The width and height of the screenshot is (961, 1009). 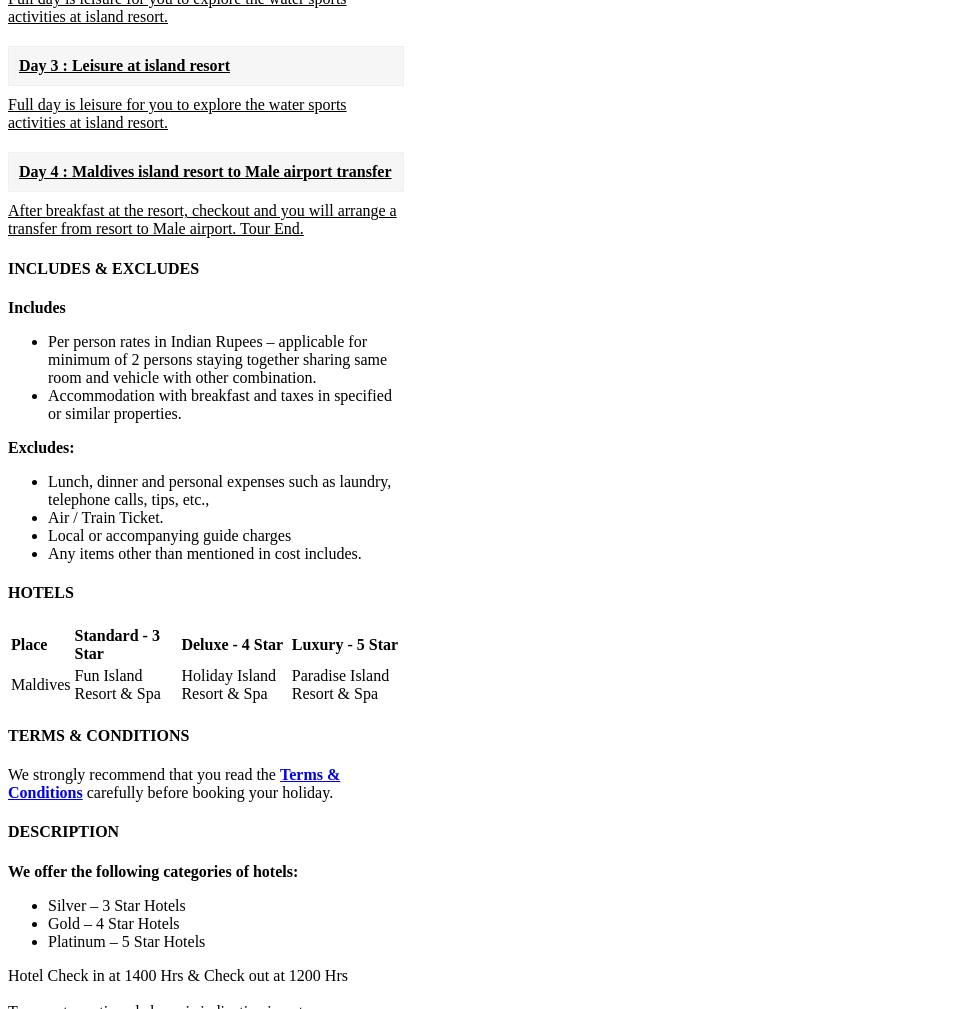 I want to click on 'DESCRIPTION', so click(x=63, y=831).